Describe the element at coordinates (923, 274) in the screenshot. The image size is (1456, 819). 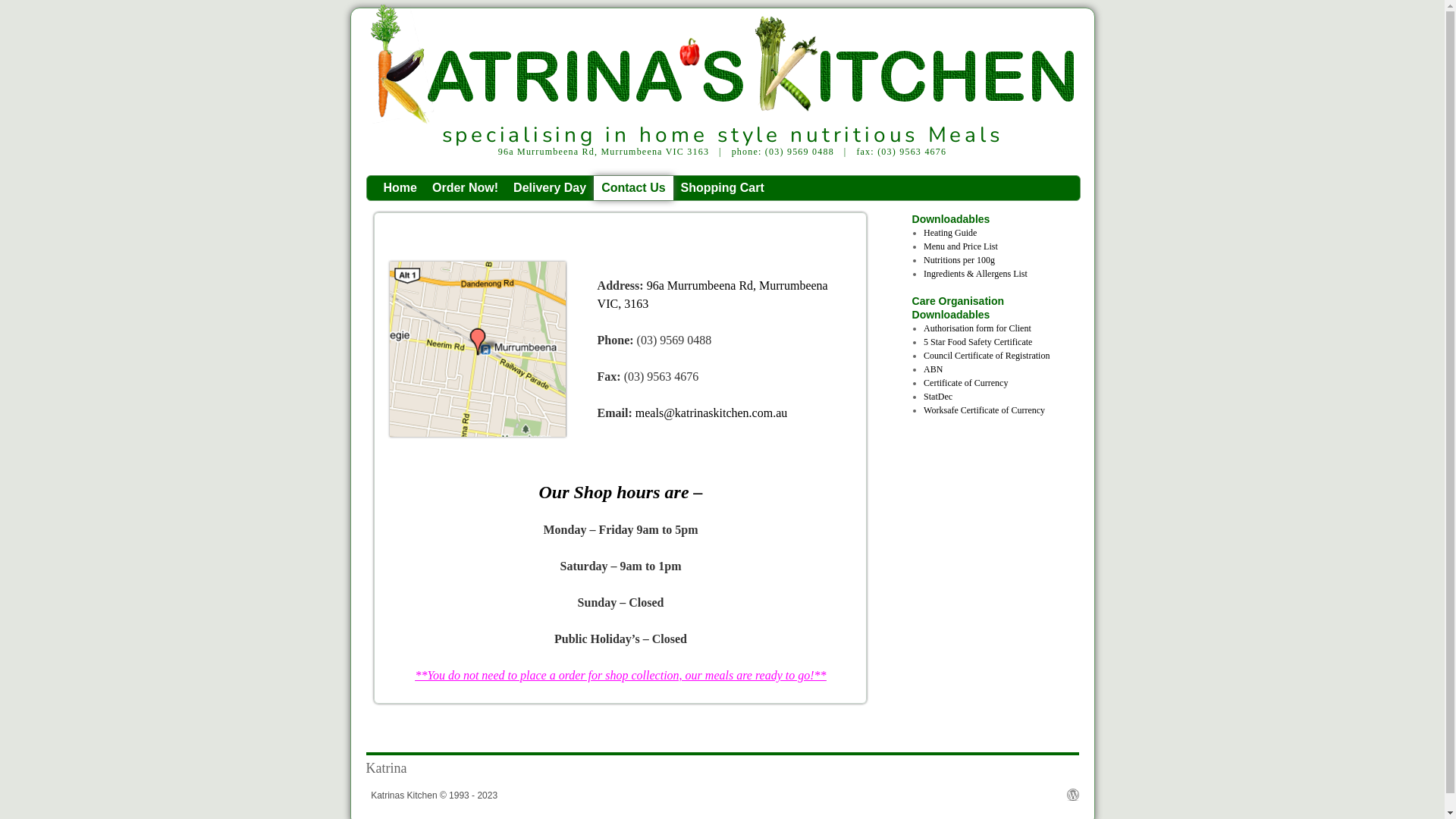
I see `'Ingredients & Allergens List'` at that location.